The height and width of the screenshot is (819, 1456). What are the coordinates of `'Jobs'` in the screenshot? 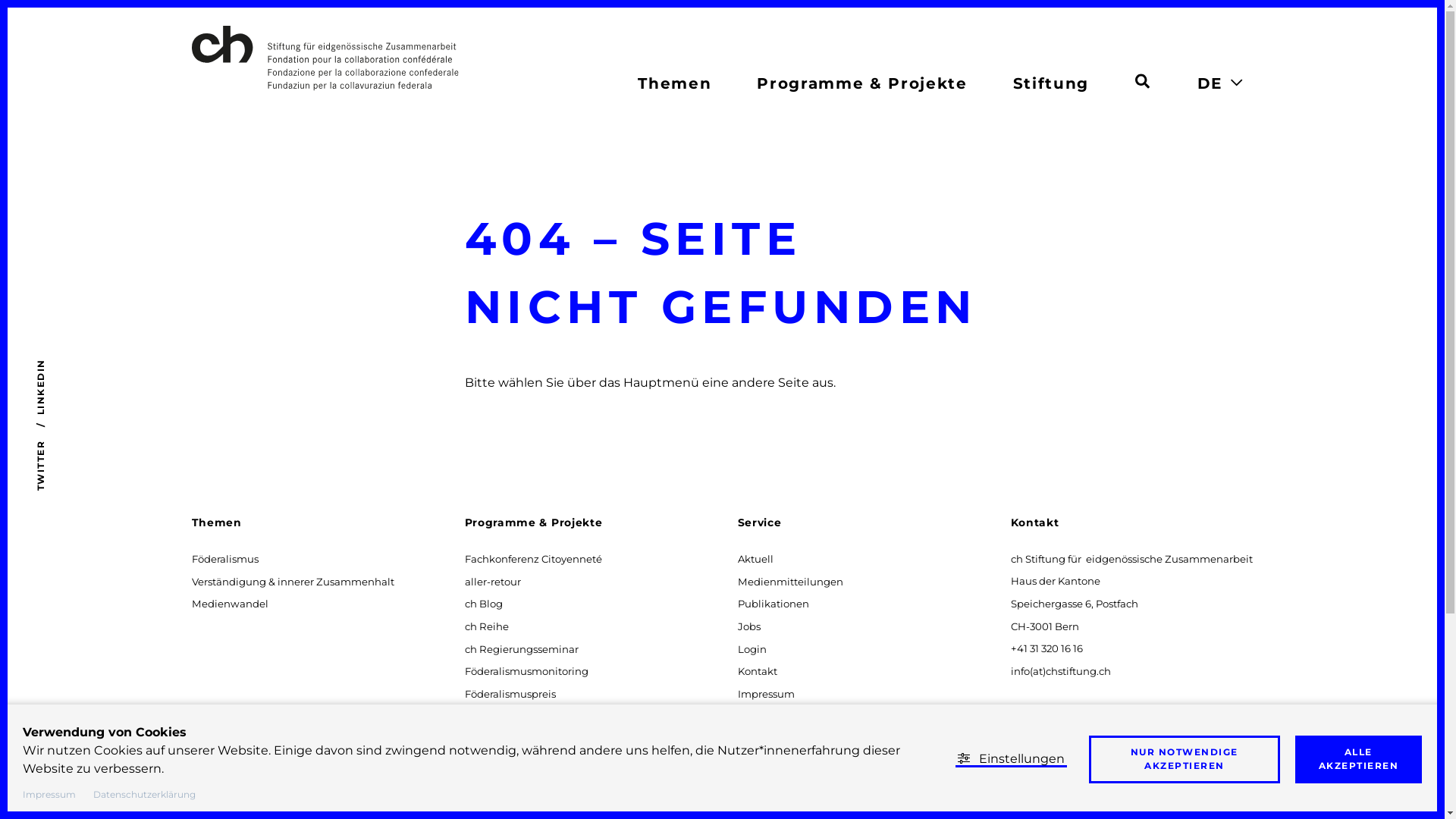 It's located at (748, 626).